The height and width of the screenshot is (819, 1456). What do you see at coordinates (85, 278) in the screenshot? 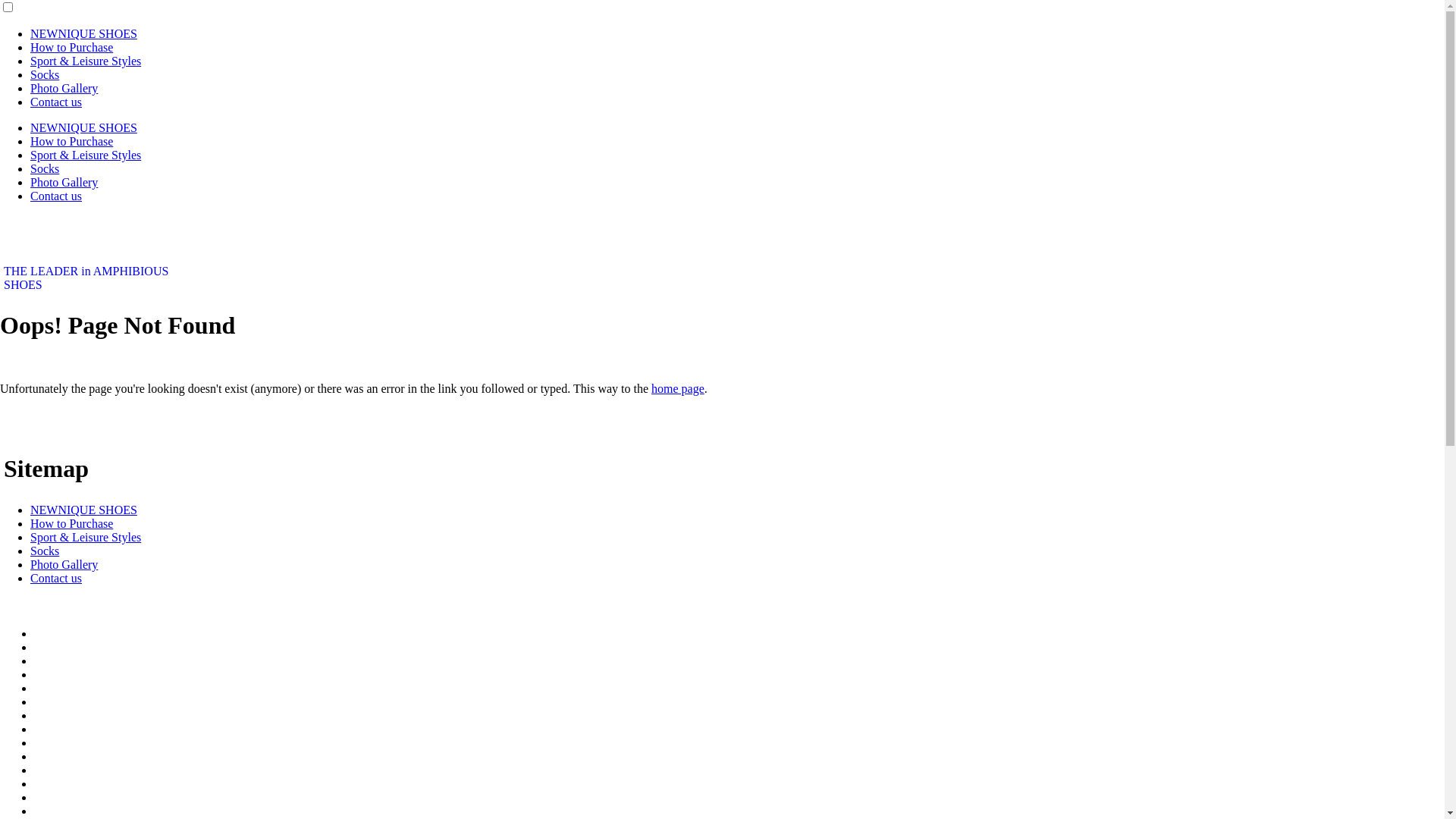
I see `'THE LEADER in AMPHIBIOUS` at bounding box center [85, 278].